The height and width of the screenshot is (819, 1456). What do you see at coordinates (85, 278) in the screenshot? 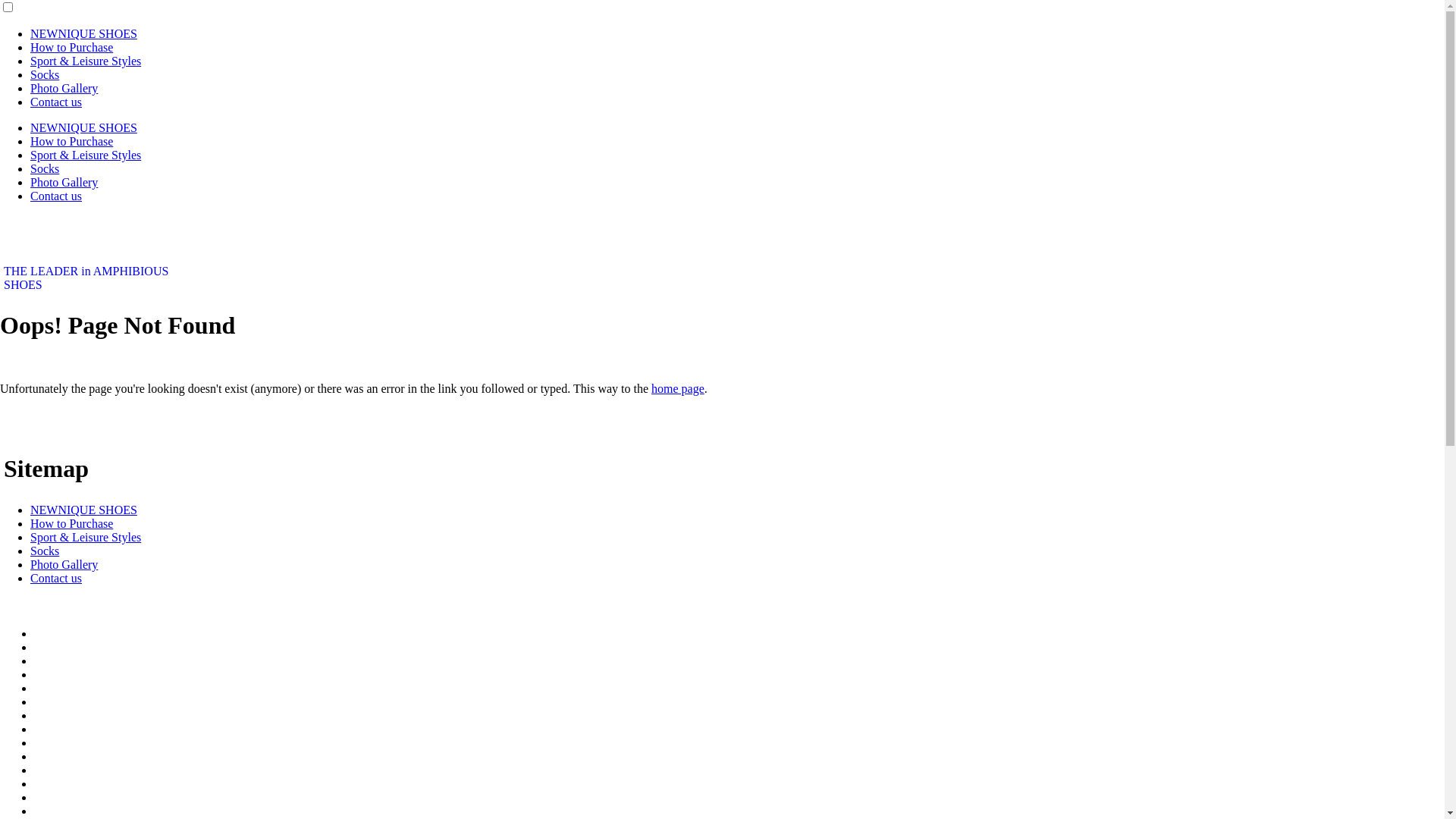
I see `'THE LEADER in AMPHIBIOUS` at bounding box center [85, 278].